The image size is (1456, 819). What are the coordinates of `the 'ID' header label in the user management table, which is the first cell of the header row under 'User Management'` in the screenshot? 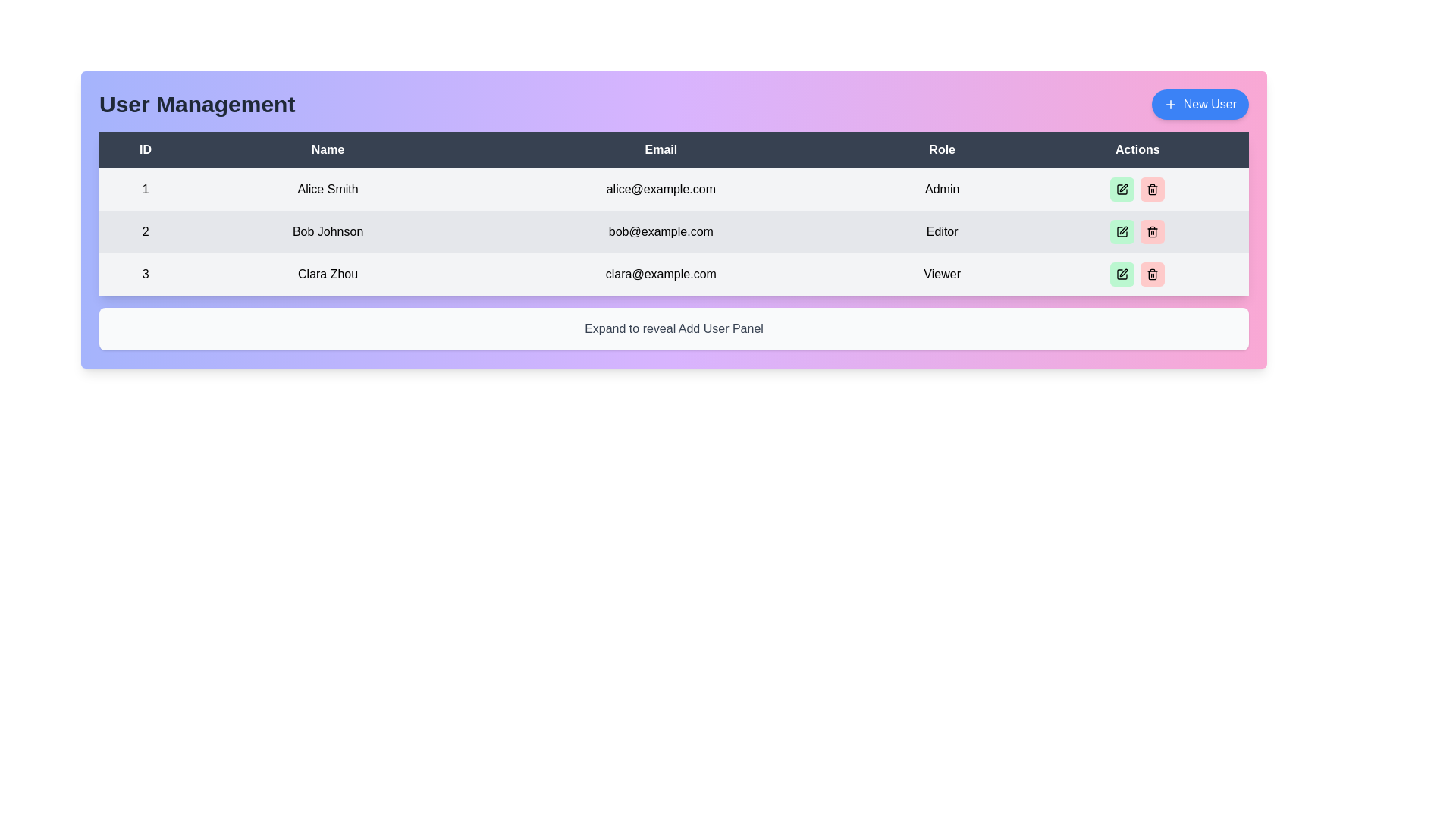 It's located at (146, 149).